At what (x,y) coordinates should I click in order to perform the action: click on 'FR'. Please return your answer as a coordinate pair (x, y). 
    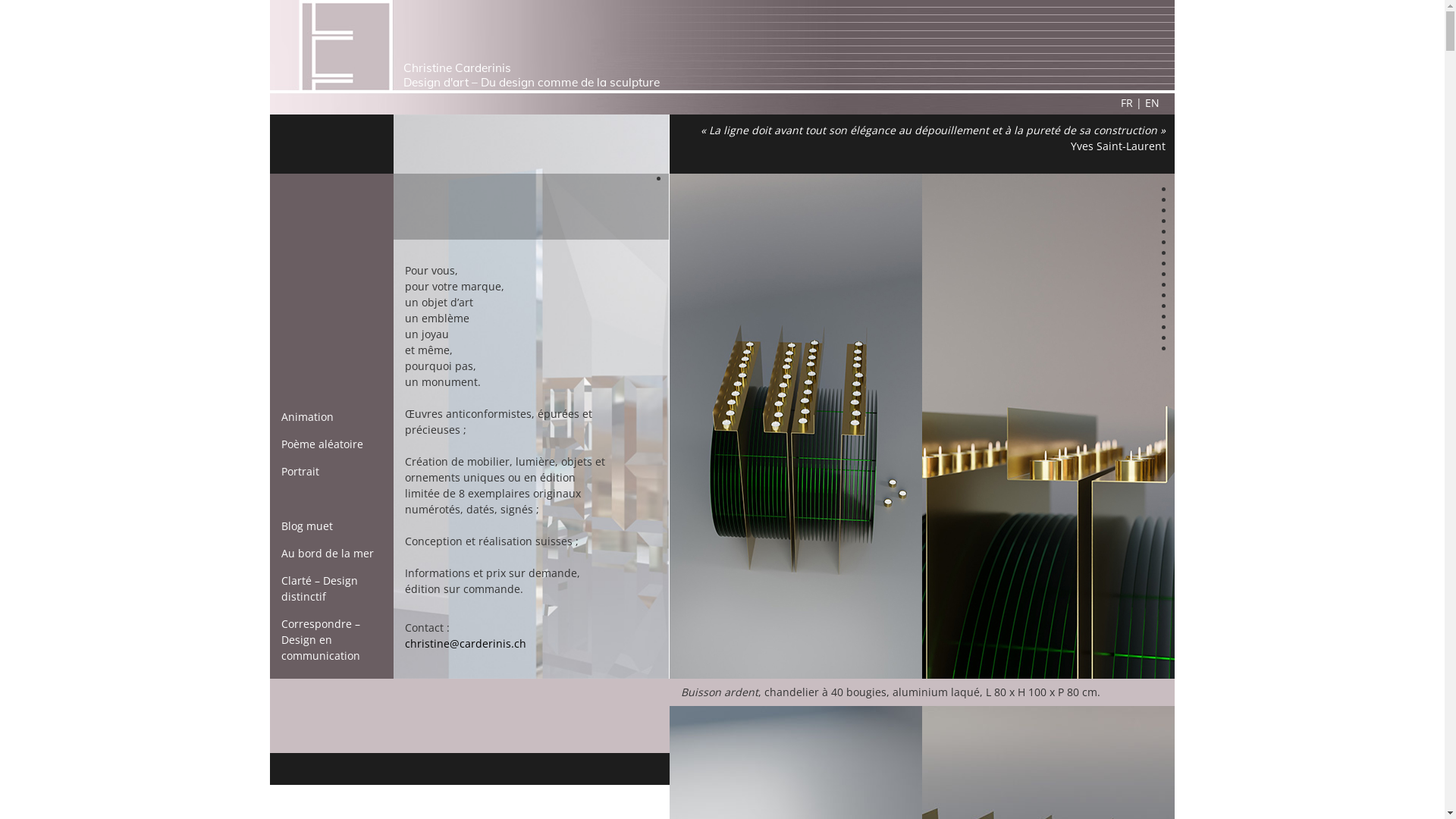
    Looking at the image, I should click on (1127, 102).